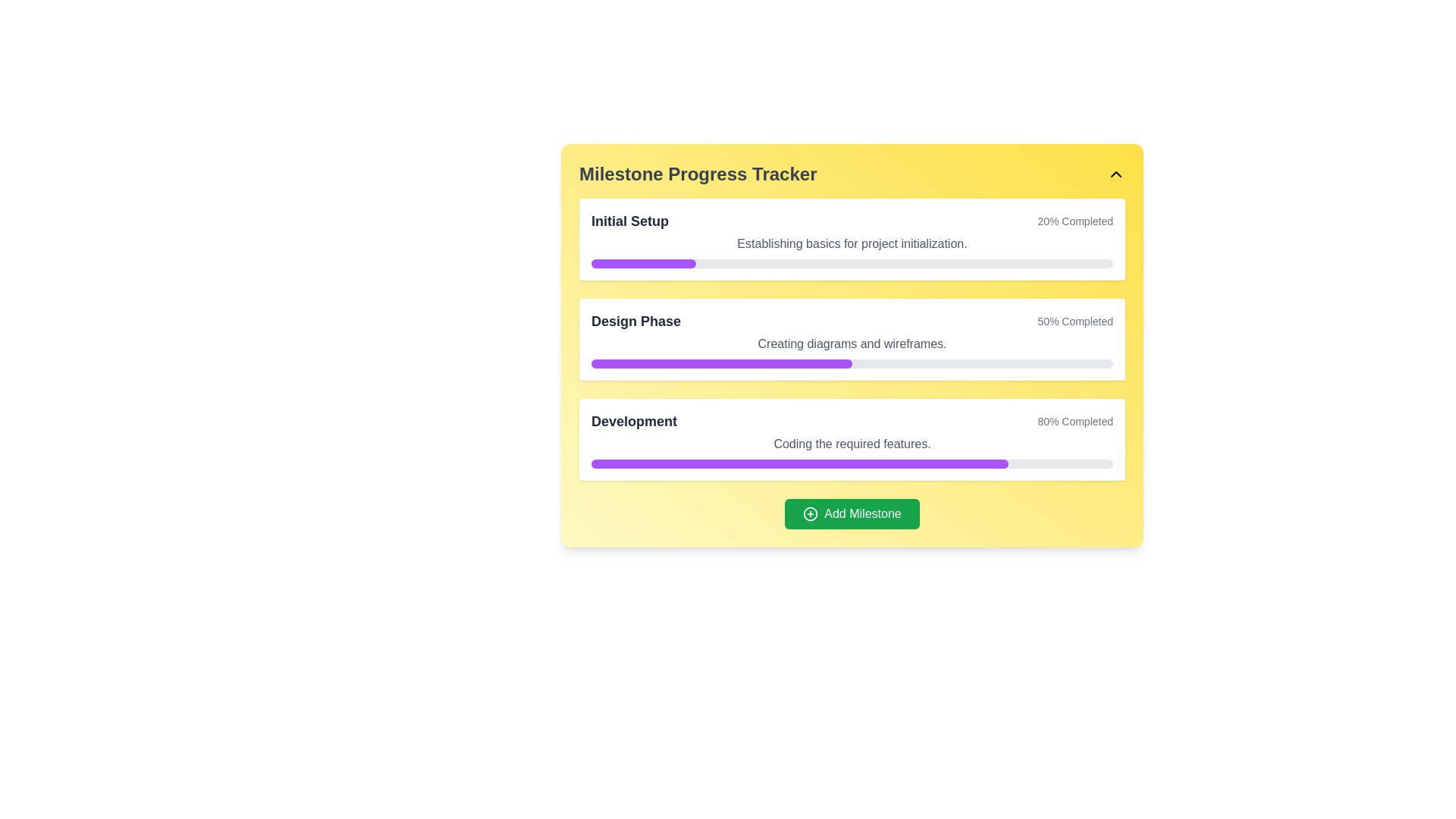 The image size is (1456, 819). I want to click on text 'Design Phase' from the Text Label located at the left side of the second card in the progress tracker, which indicates the current milestone phase, so click(636, 321).